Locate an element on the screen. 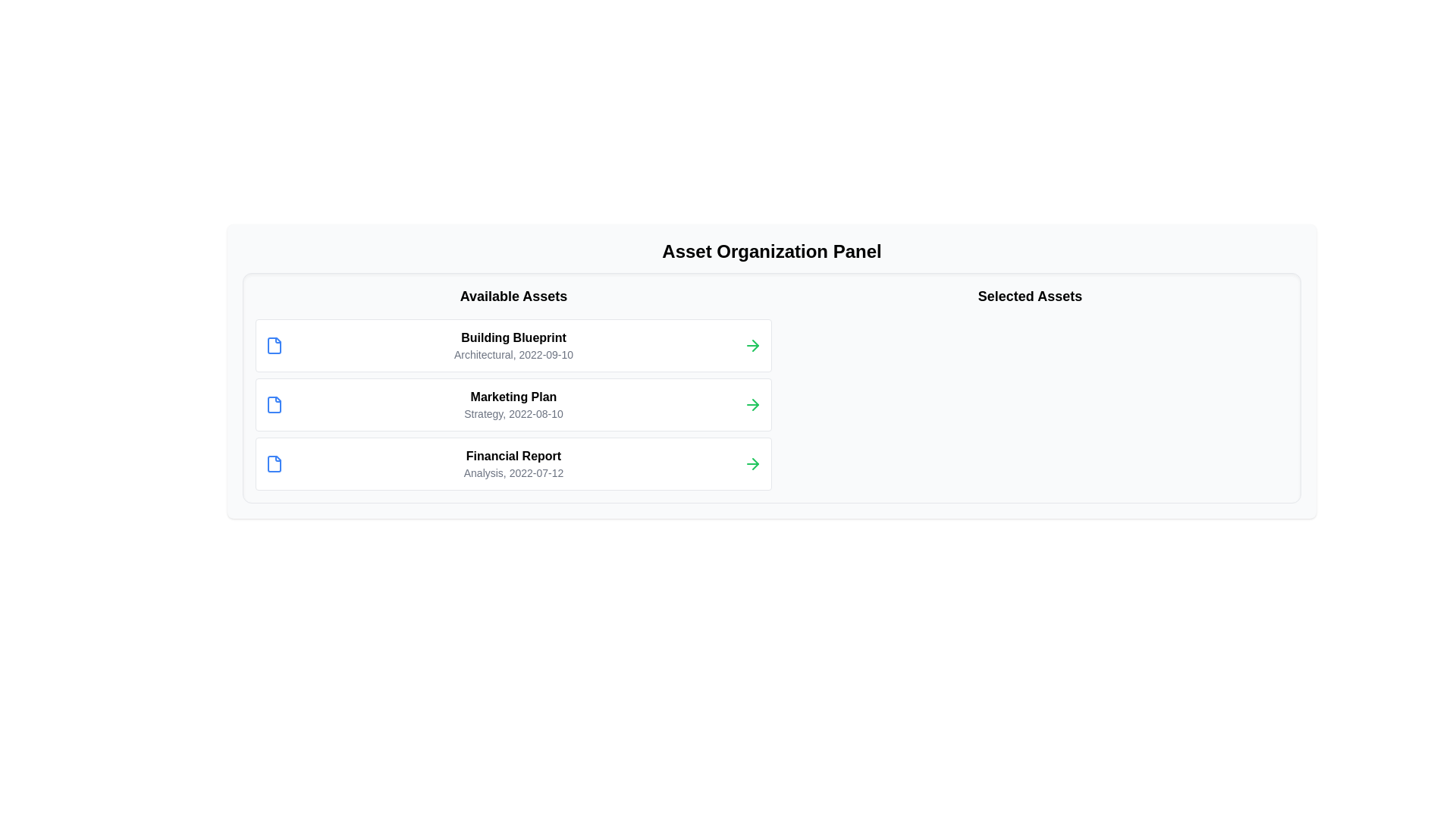 This screenshot has width=1456, height=819. the 'Marketing Plan' list entry, which is the second row under the 'Available Assets' section is located at coordinates (513, 403).